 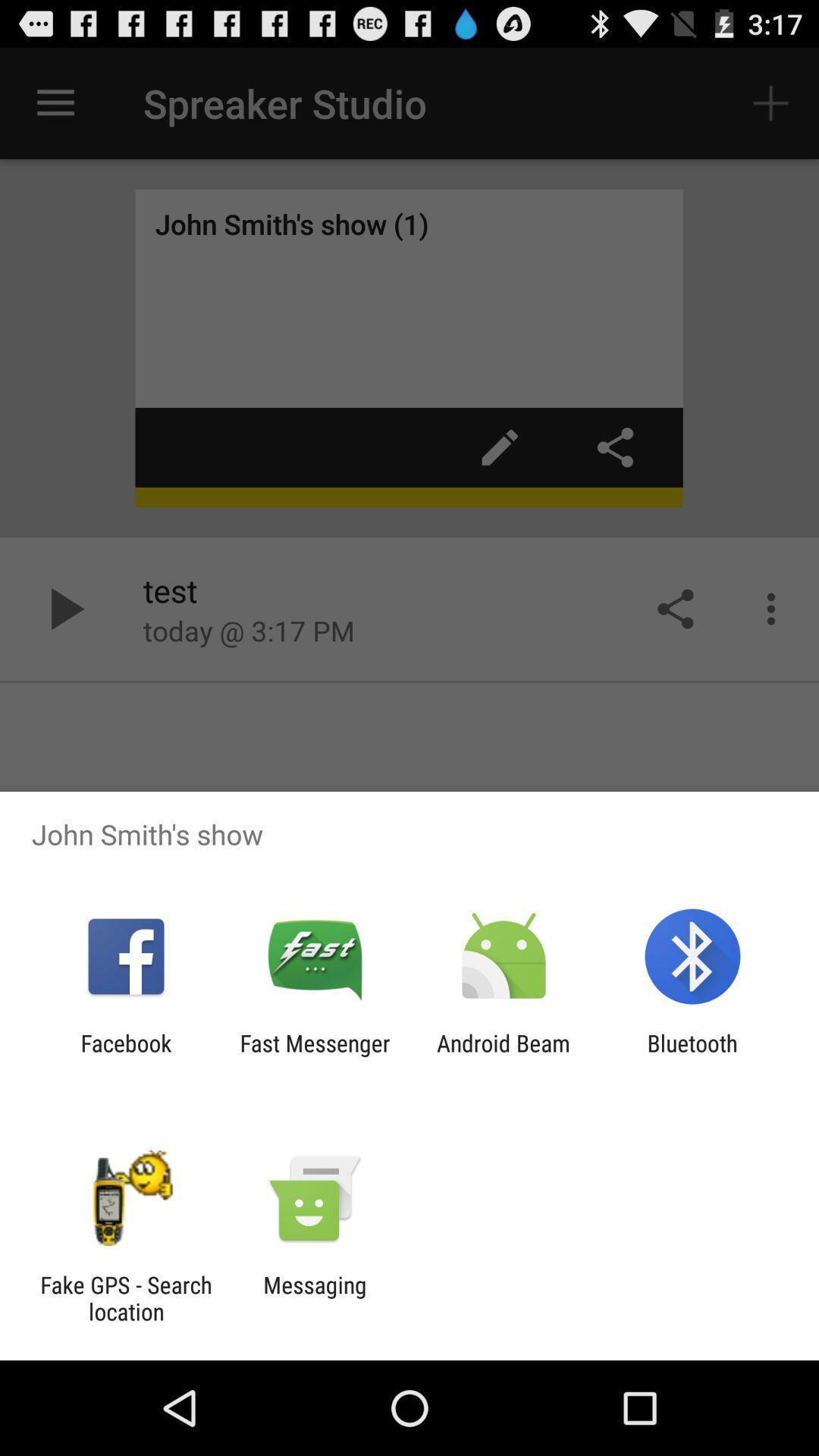 I want to click on the icon next to android beam, so click(x=692, y=1056).